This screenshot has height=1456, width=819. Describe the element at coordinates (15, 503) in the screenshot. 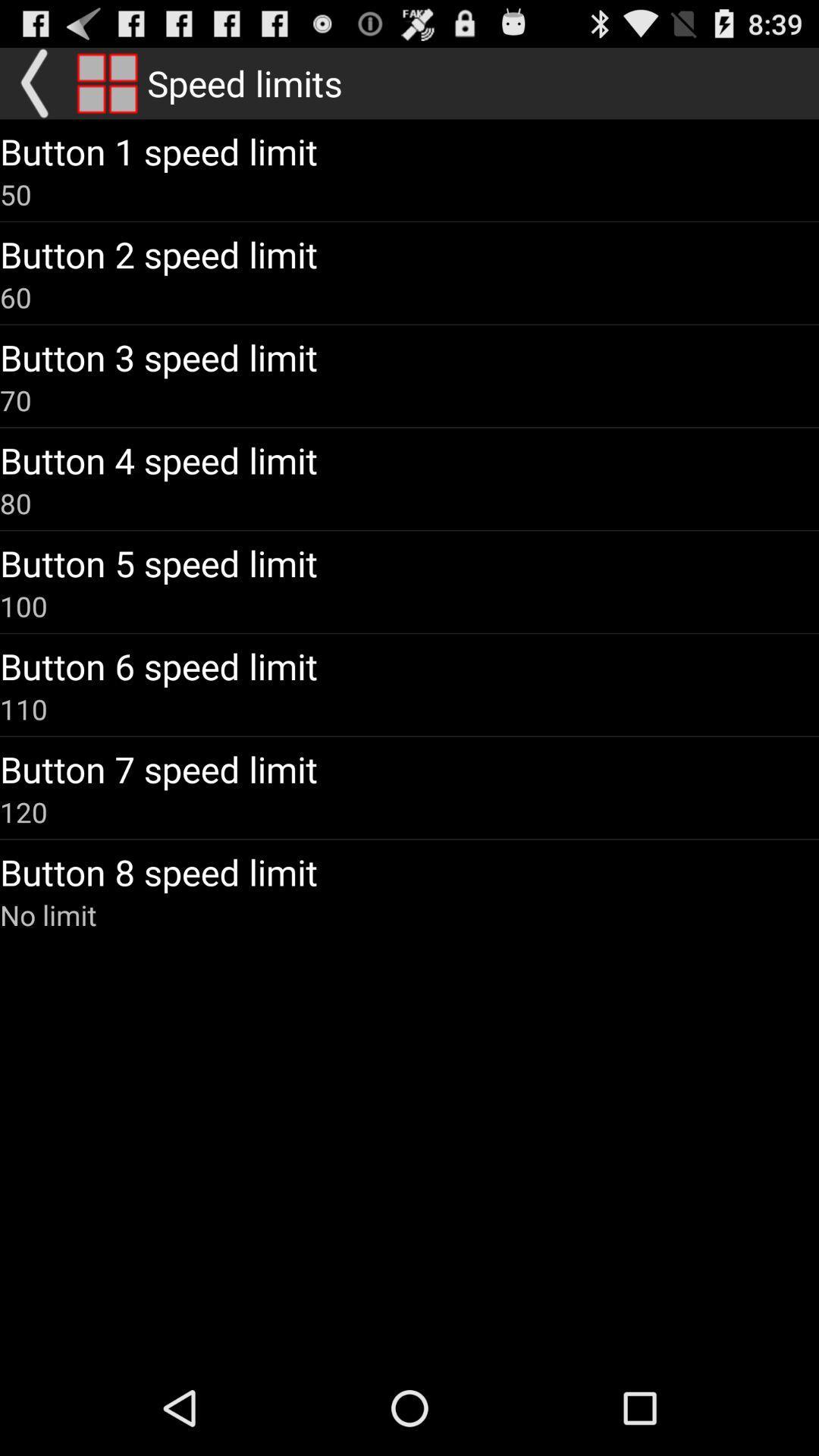

I see `the 80` at that location.